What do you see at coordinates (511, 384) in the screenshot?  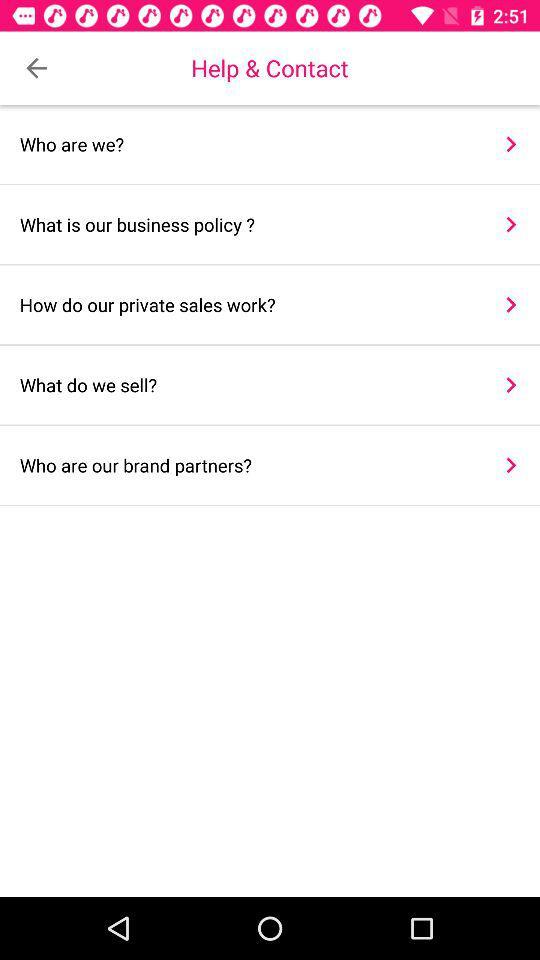 I see `icon below how do our` at bounding box center [511, 384].